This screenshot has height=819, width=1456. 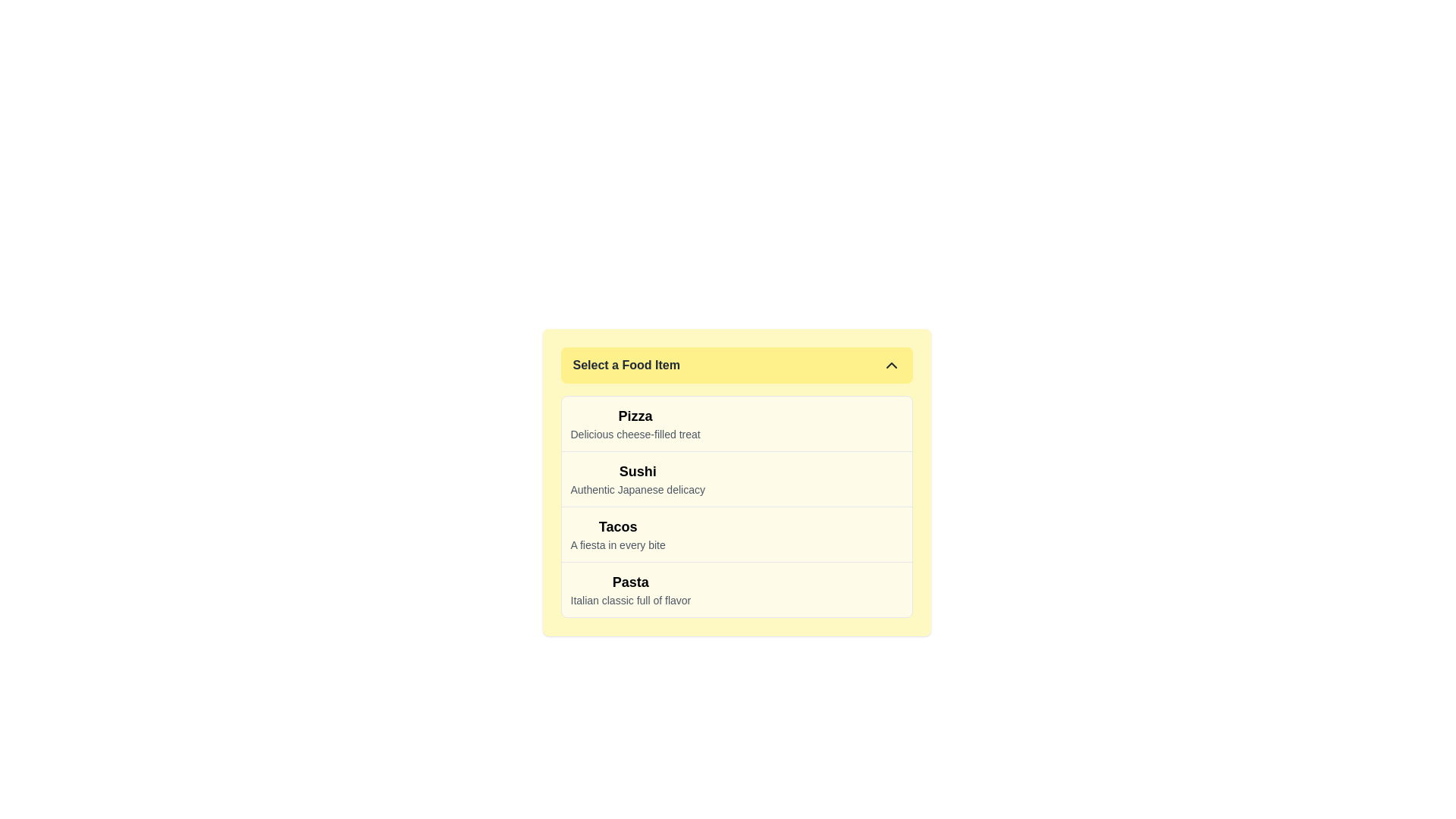 What do you see at coordinates (635, 416) in the screenshot?
I see `bold text label 'Pizza' which is the first line in the food items dropdown list titled 'Select a Food Item', positioned above the description text 'Delicious cheese-filled treat'` at bounding box center [635, 416].